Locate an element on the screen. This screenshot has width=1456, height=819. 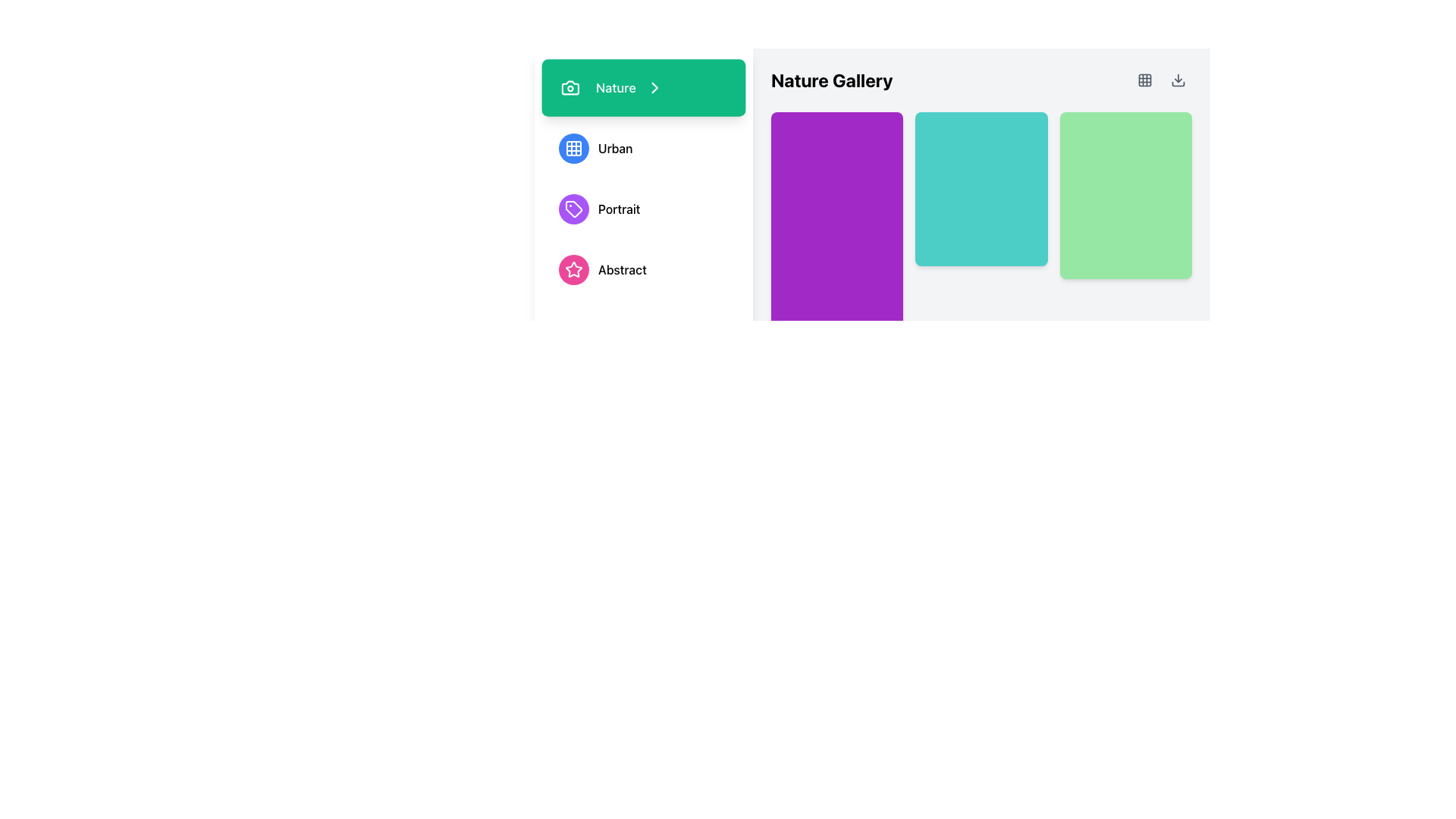
the SVG icon within the purple circular button that represents the 'Portrait' category in the vertical menu on the left side of the interface is located at coordinates (573, 209).